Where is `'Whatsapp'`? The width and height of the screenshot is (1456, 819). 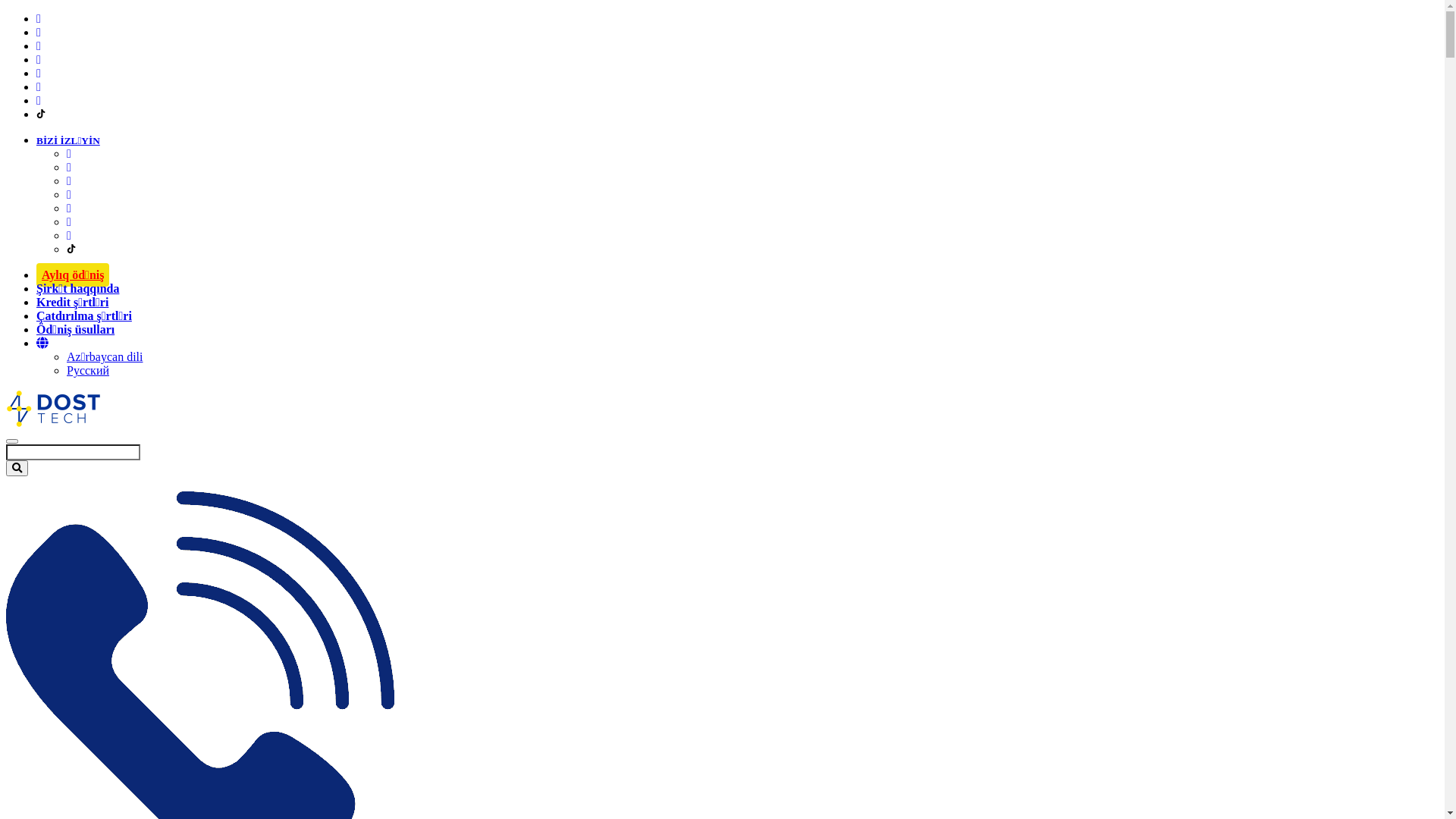
'Whatsapp' is located at coordinates (68, 208).